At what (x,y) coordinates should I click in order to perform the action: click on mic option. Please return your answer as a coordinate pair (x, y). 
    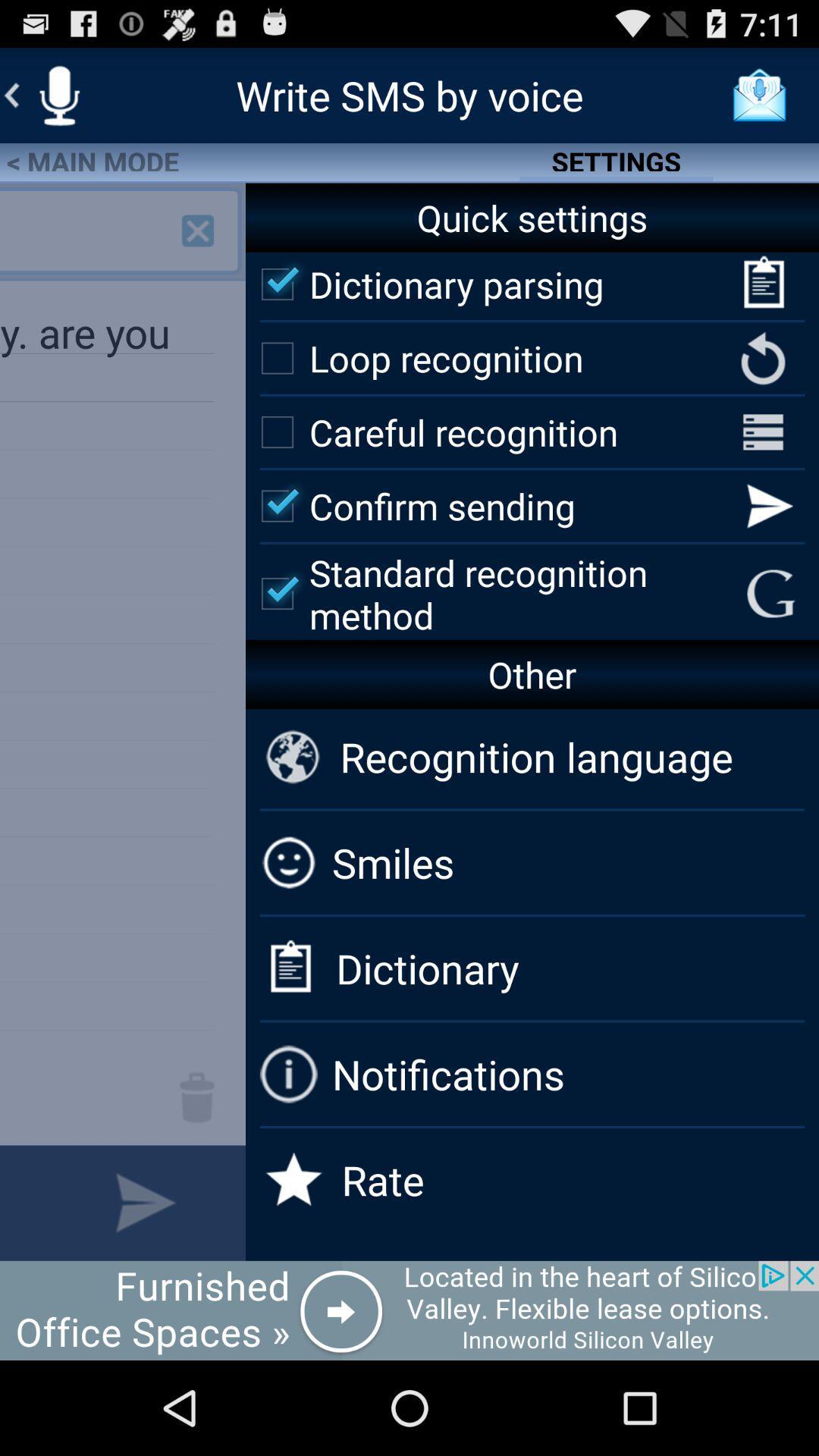
    Looking at the image, I should click on (58, 94).